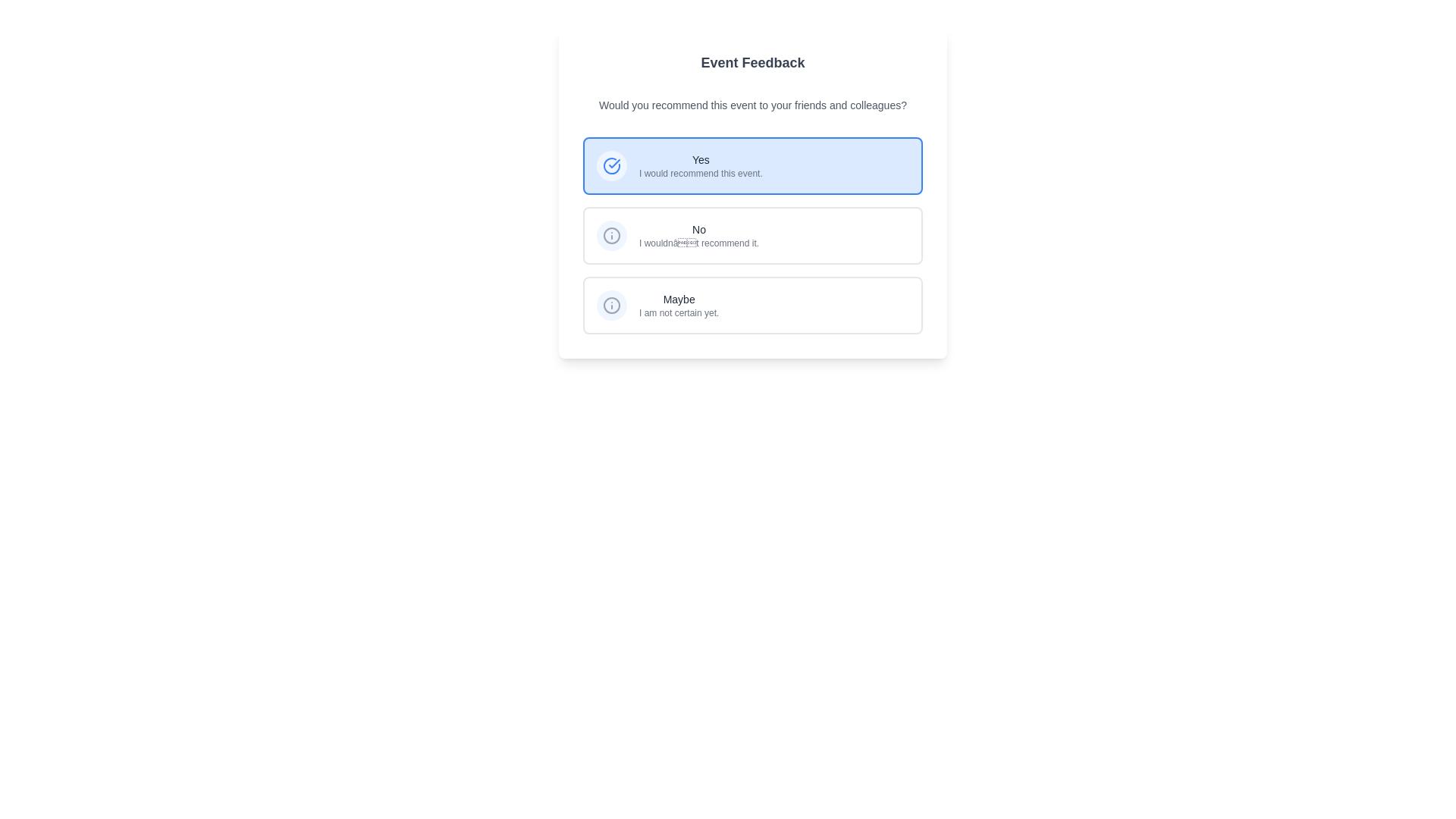  What do you see at coordinates (698, 230) in the screenshot?
I see `the negative response Text Label in the feedback form, which is located directly below the 'Yes' option and above the 'Maybe' option in the middle selection of the vertical list` at bounding box center [698, 230].